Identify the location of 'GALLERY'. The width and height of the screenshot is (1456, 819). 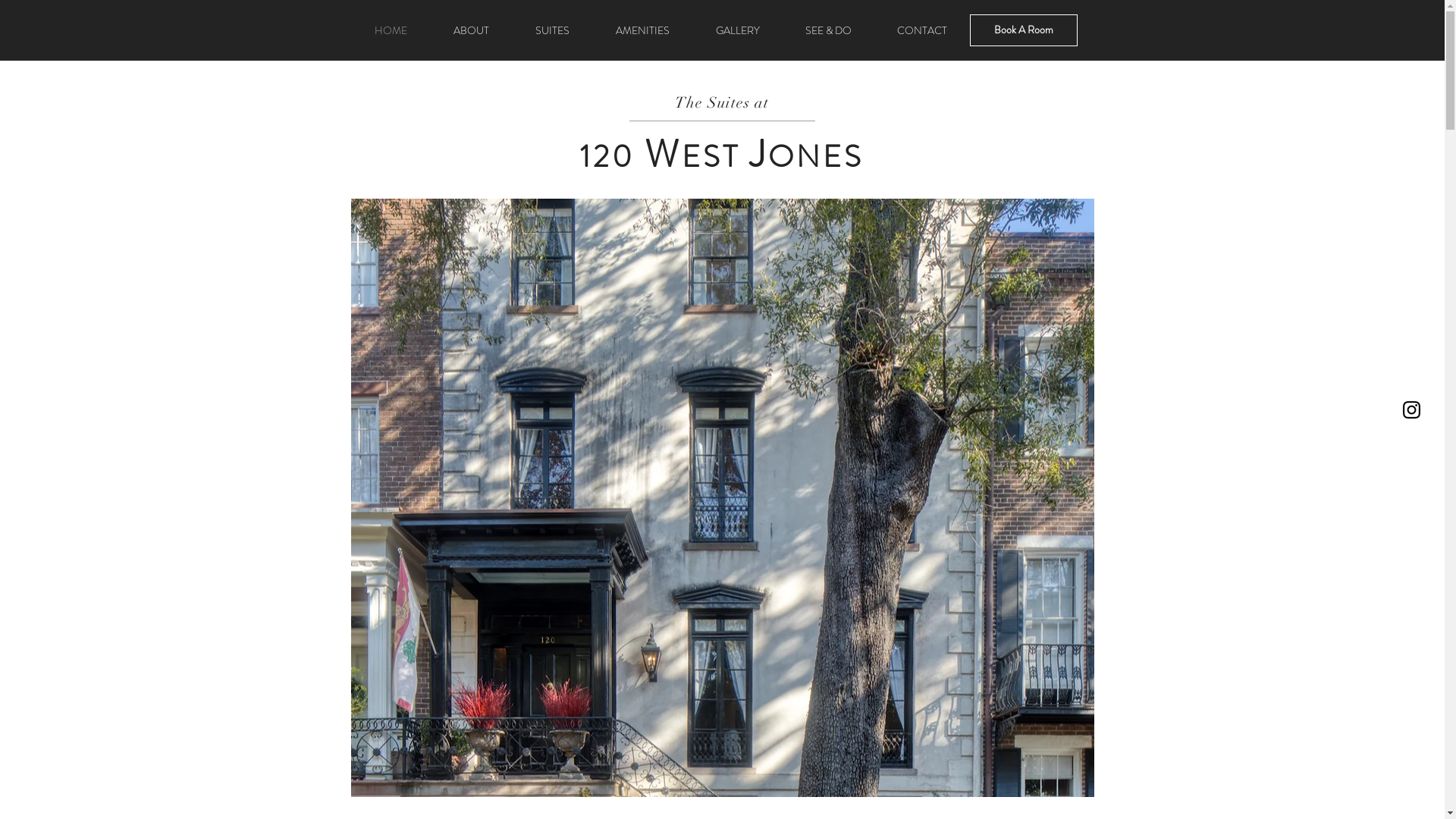
(738, 30).